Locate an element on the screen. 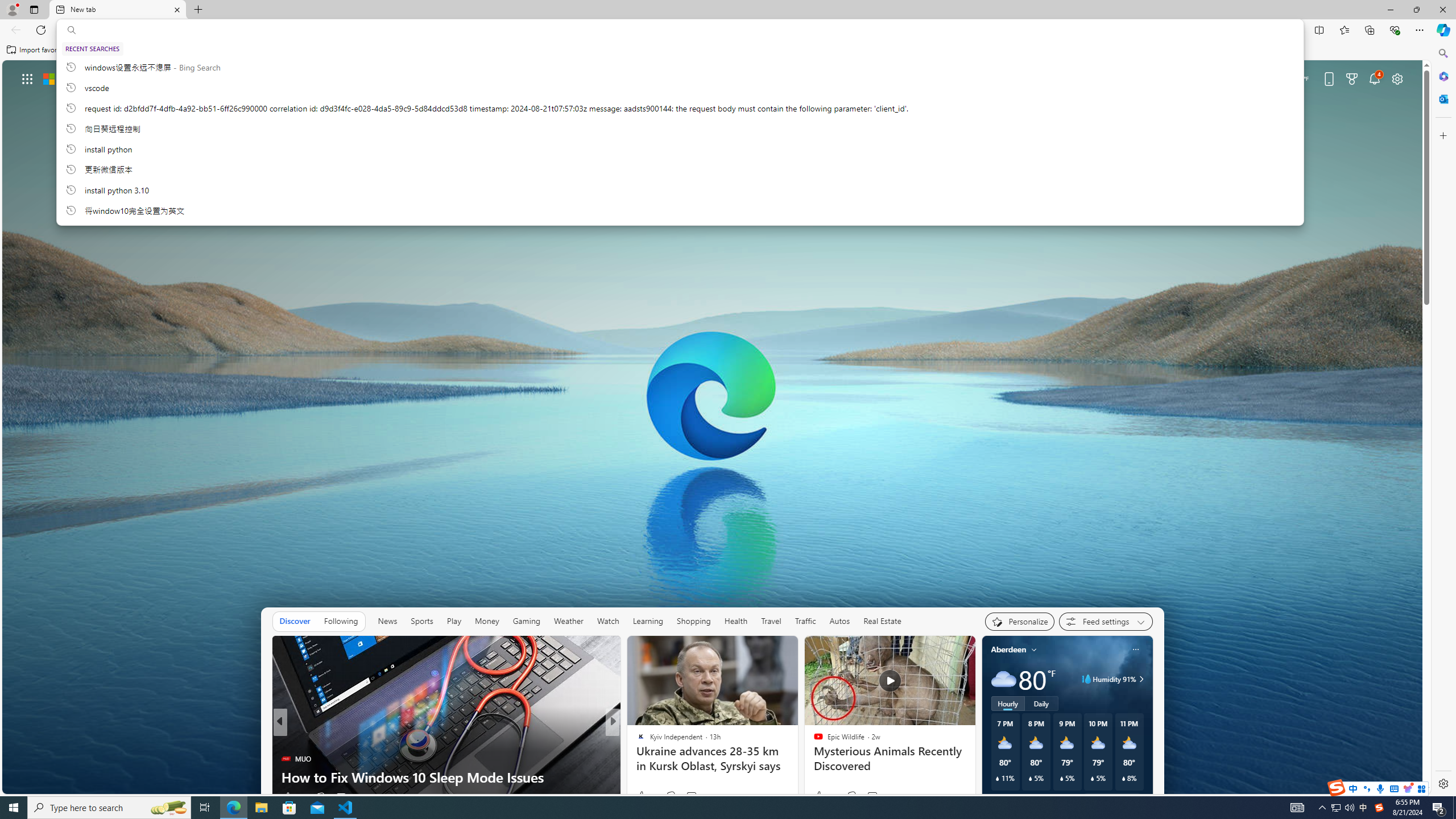 This screenshot has width=1456, height=819. 'Class: weather-arrow-glyph' is located at coordinates (1141, 678).